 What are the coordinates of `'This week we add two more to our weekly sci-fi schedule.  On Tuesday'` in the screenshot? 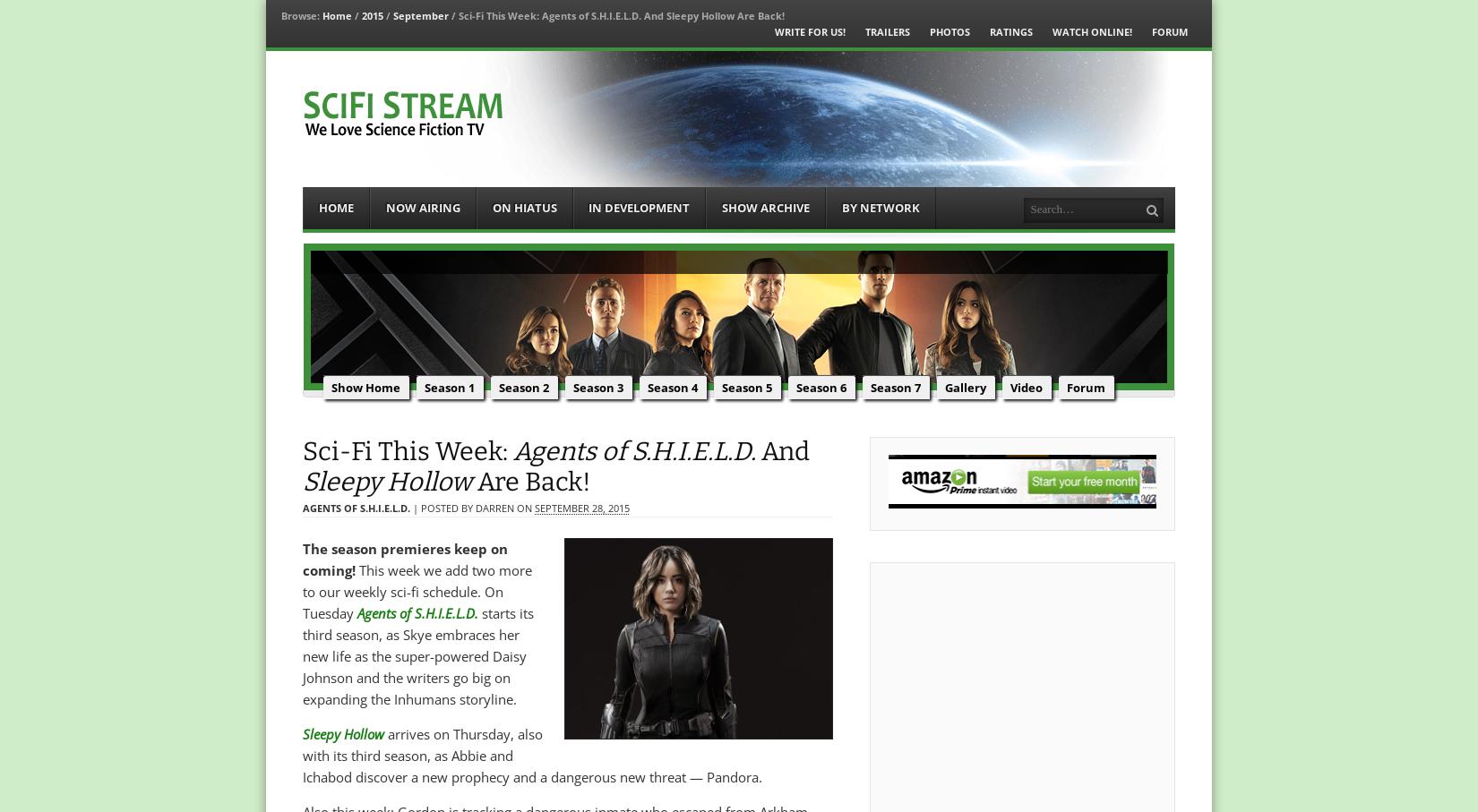 It's located at (416, 590).